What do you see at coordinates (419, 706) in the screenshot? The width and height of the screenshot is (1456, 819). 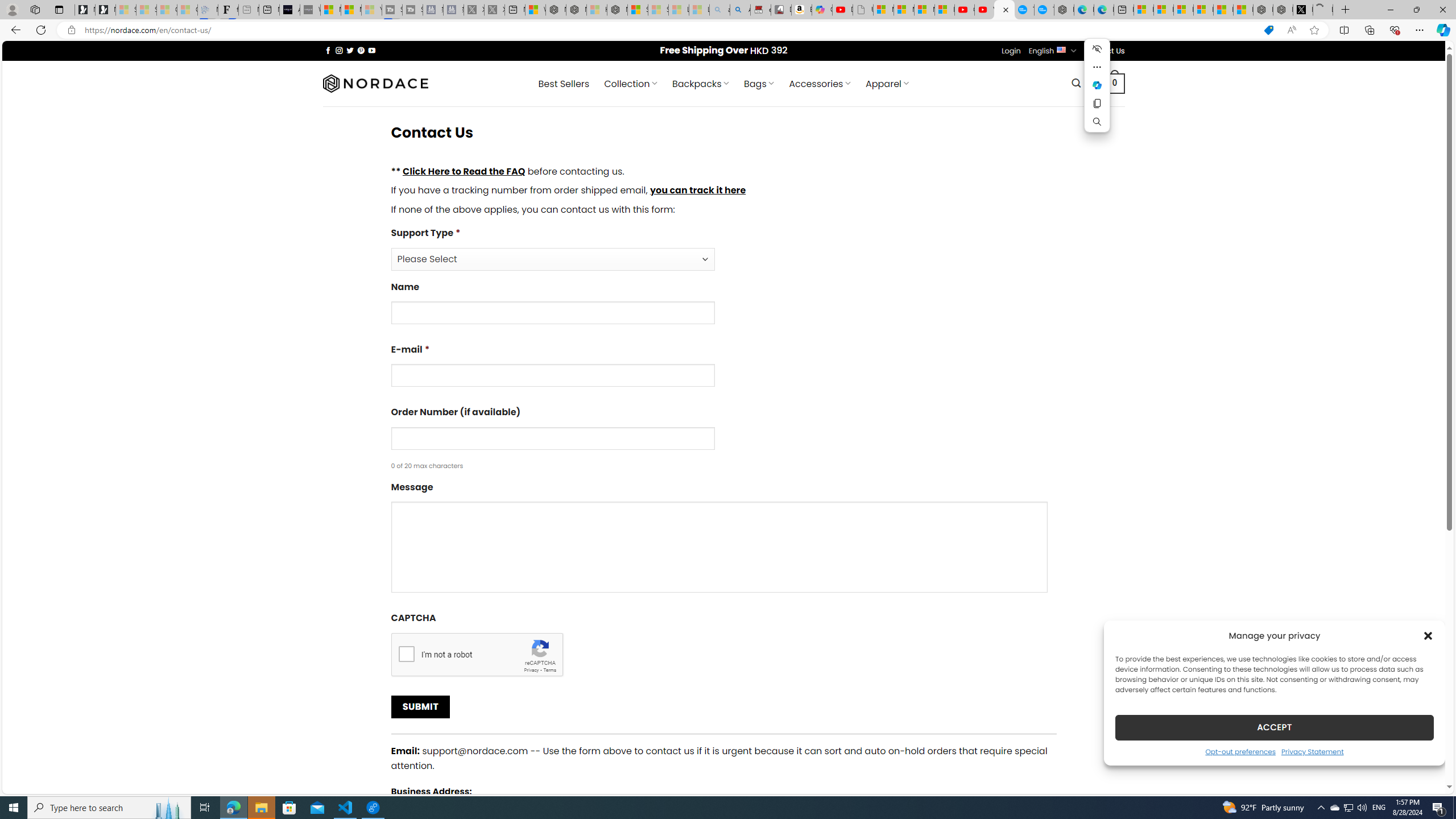 I see `'Submit'` at bounding box center [419, 706].